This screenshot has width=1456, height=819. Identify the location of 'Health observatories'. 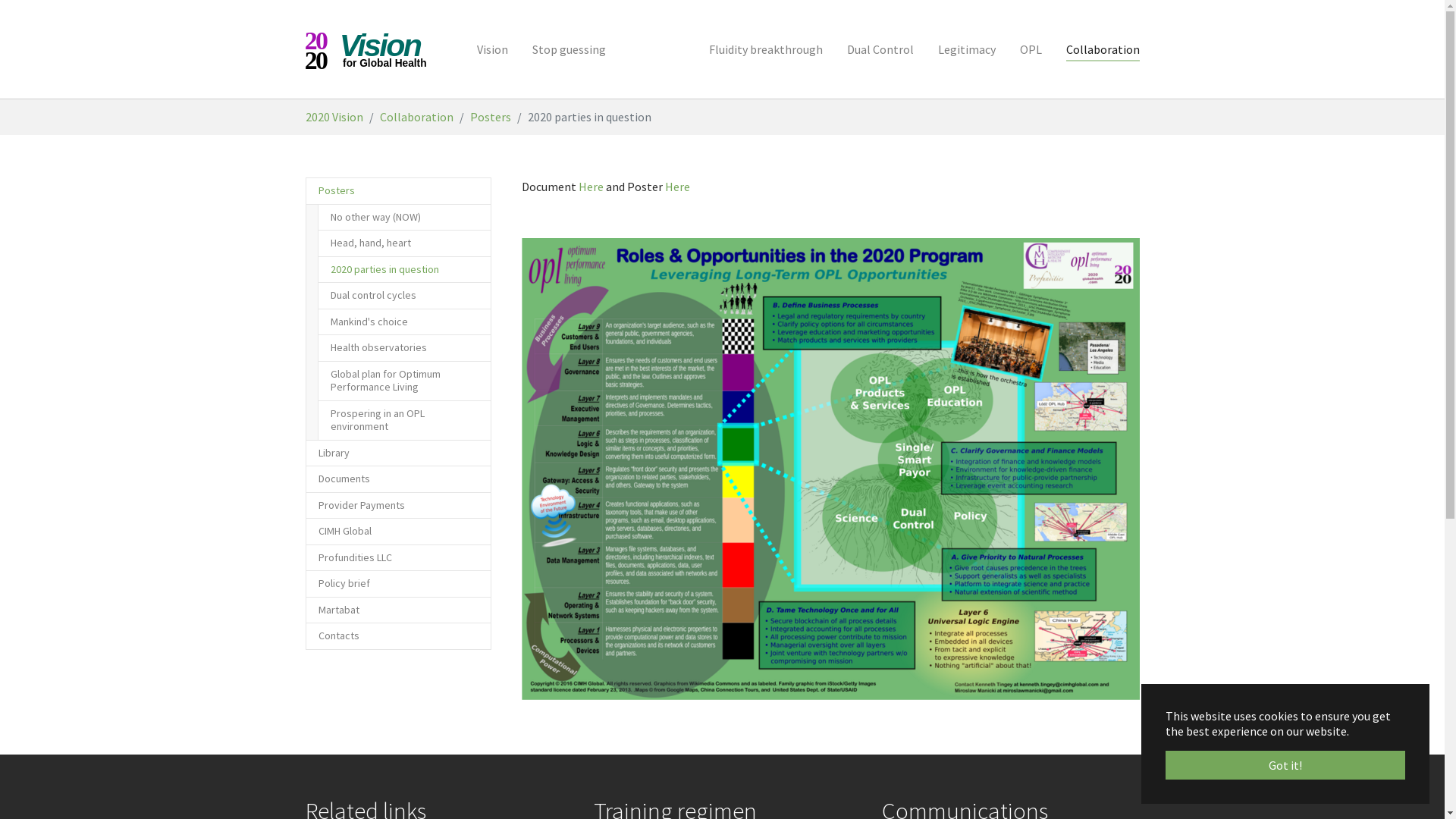
(403, 348).